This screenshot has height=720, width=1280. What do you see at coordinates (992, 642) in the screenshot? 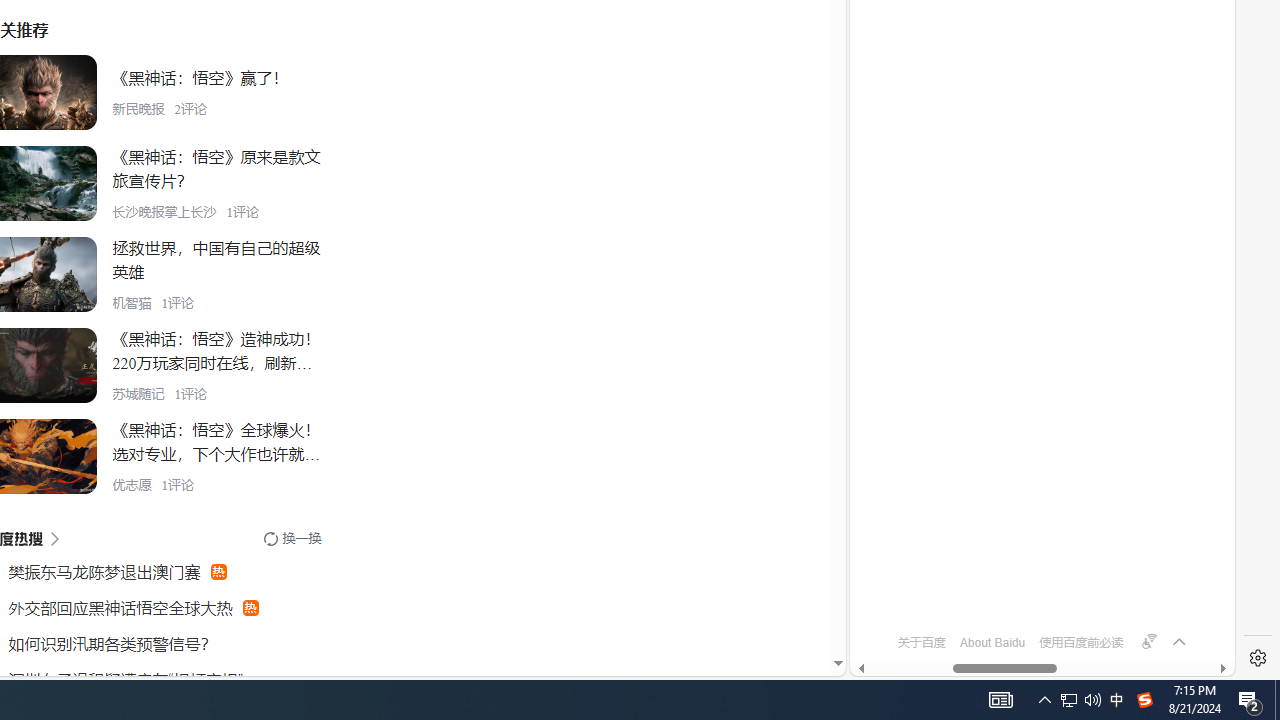
I see `'About Baidu'` at bounding box center [992, 642].